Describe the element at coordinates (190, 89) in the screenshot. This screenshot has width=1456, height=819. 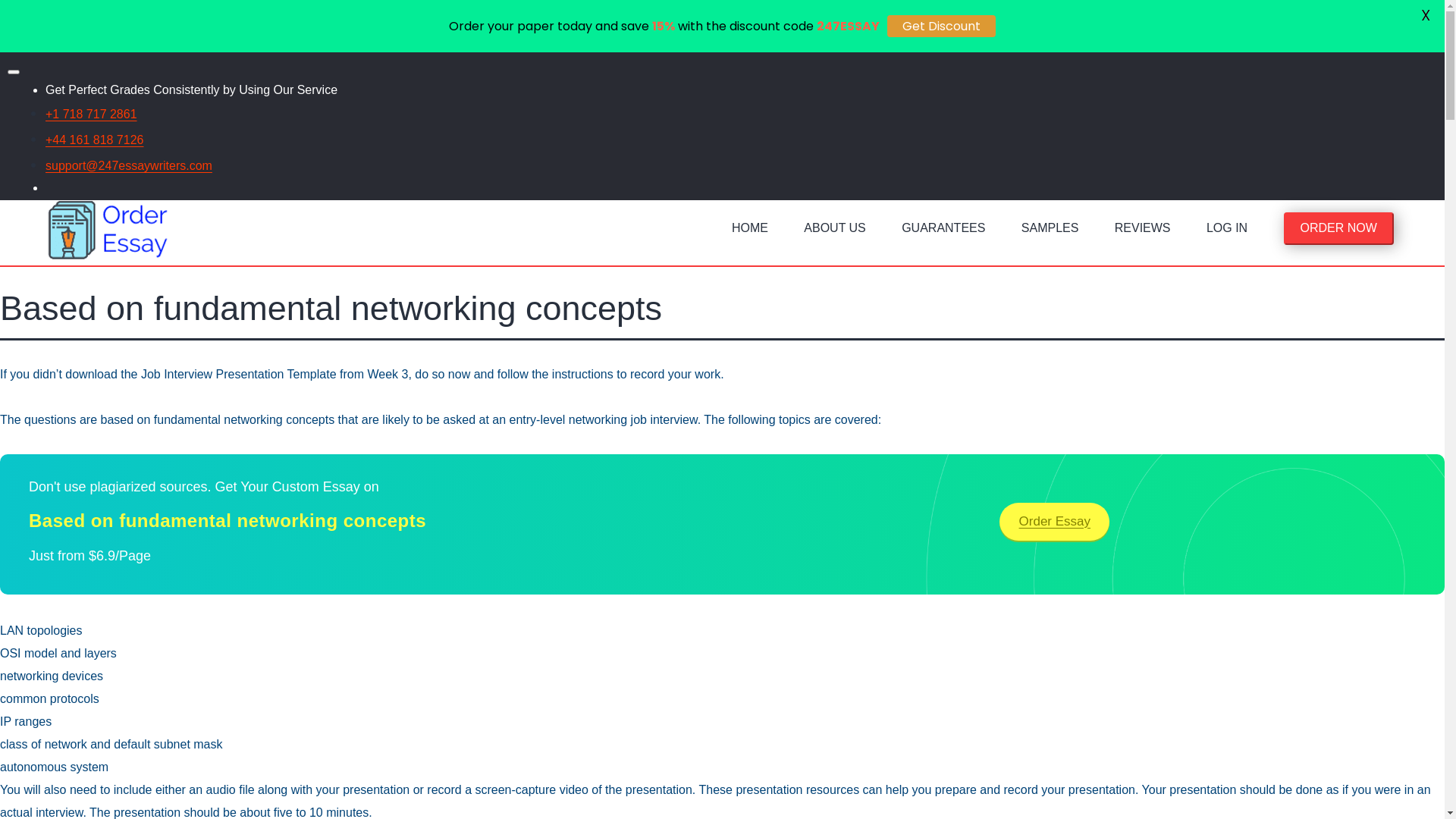
I see `'Get Perfect Grades Consistently by Using Our Service'` at that location.